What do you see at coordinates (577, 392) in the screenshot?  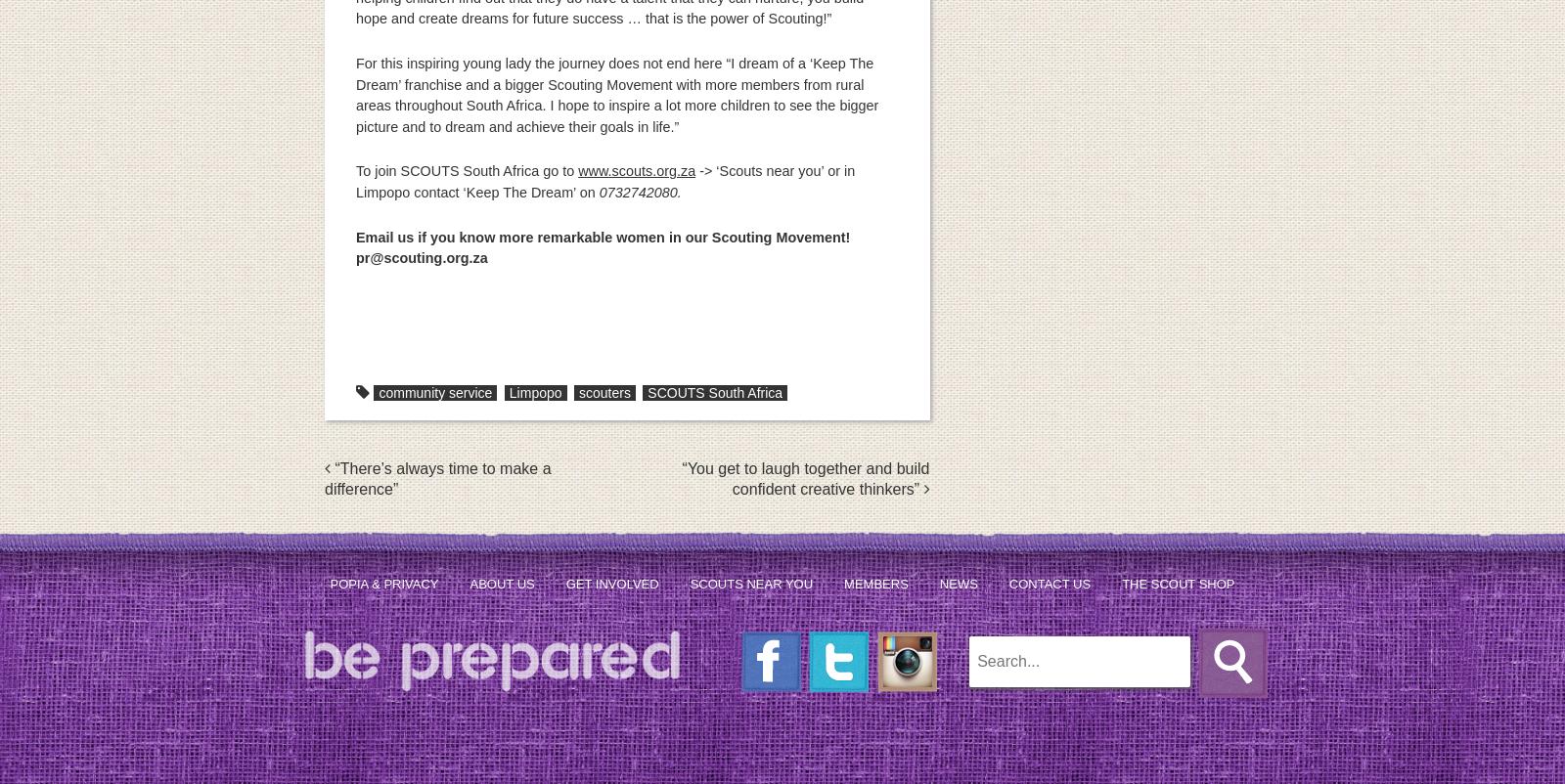 I see `'scouters'` at bounding box center [577, 392].